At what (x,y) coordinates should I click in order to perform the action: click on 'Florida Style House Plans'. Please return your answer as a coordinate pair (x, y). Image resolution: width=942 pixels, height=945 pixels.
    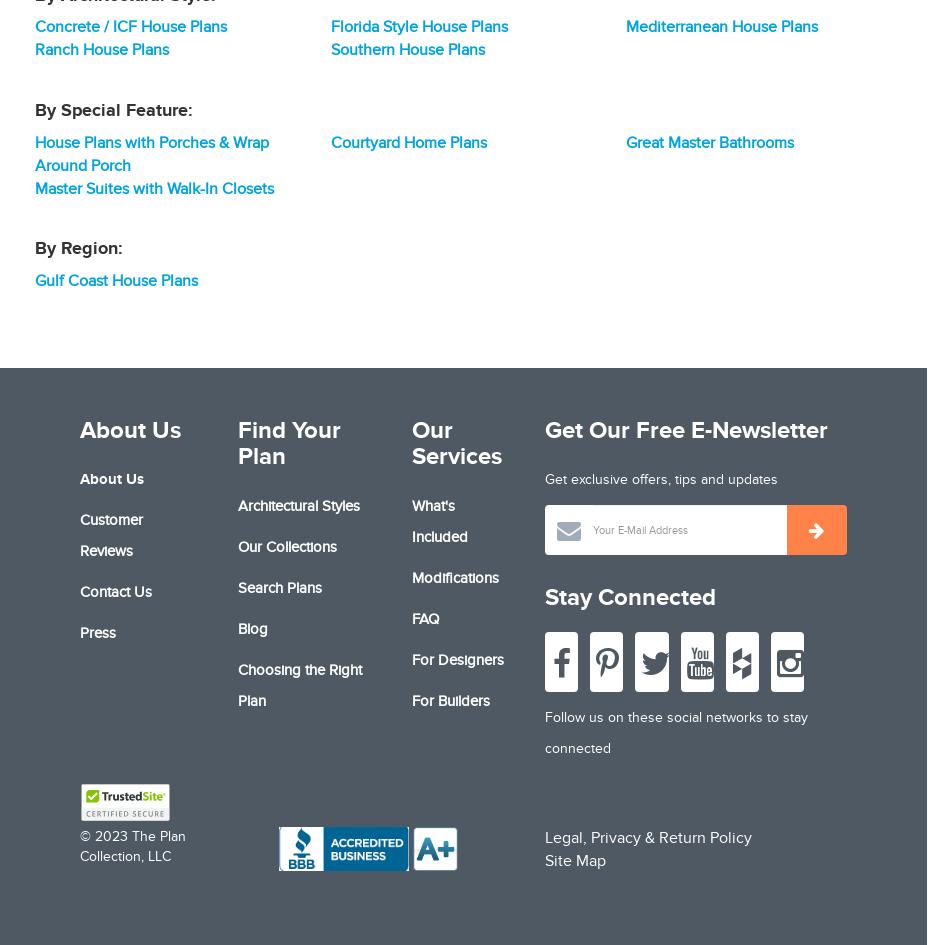
    Looking at the image, I should click on (329, 27).